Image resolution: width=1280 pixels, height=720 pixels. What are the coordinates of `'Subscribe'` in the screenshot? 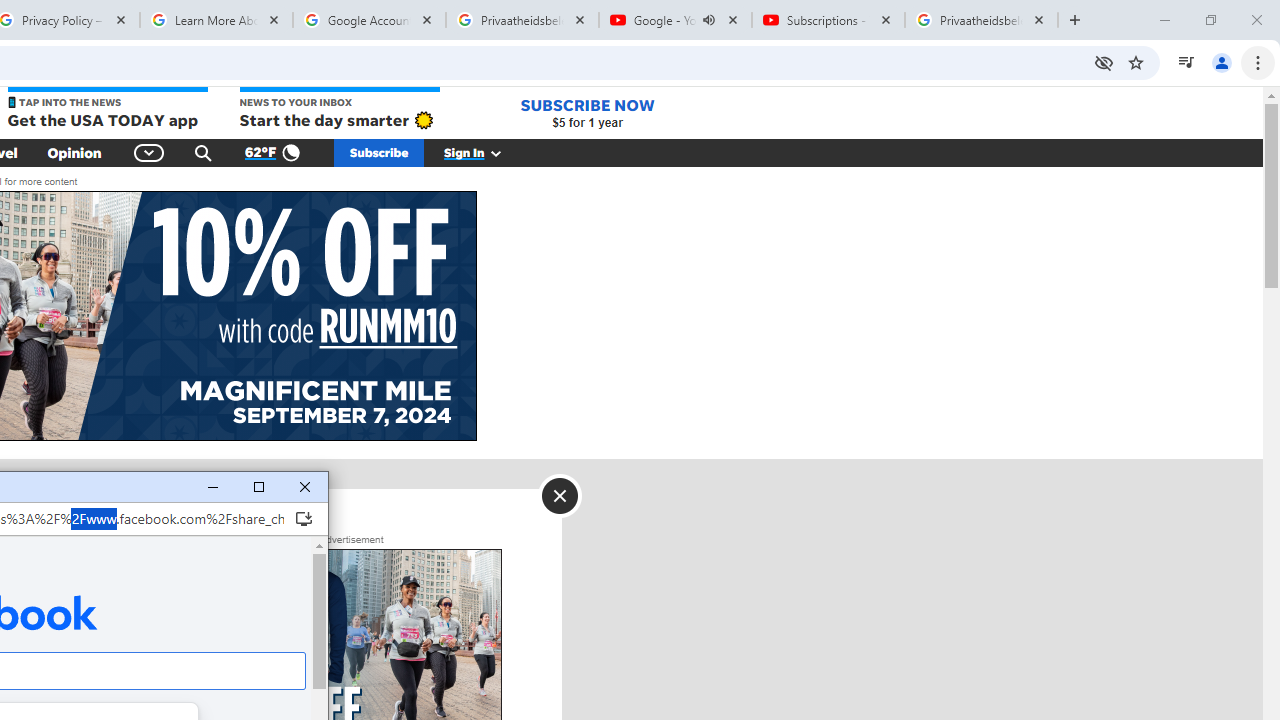 It's located at (379, 152).